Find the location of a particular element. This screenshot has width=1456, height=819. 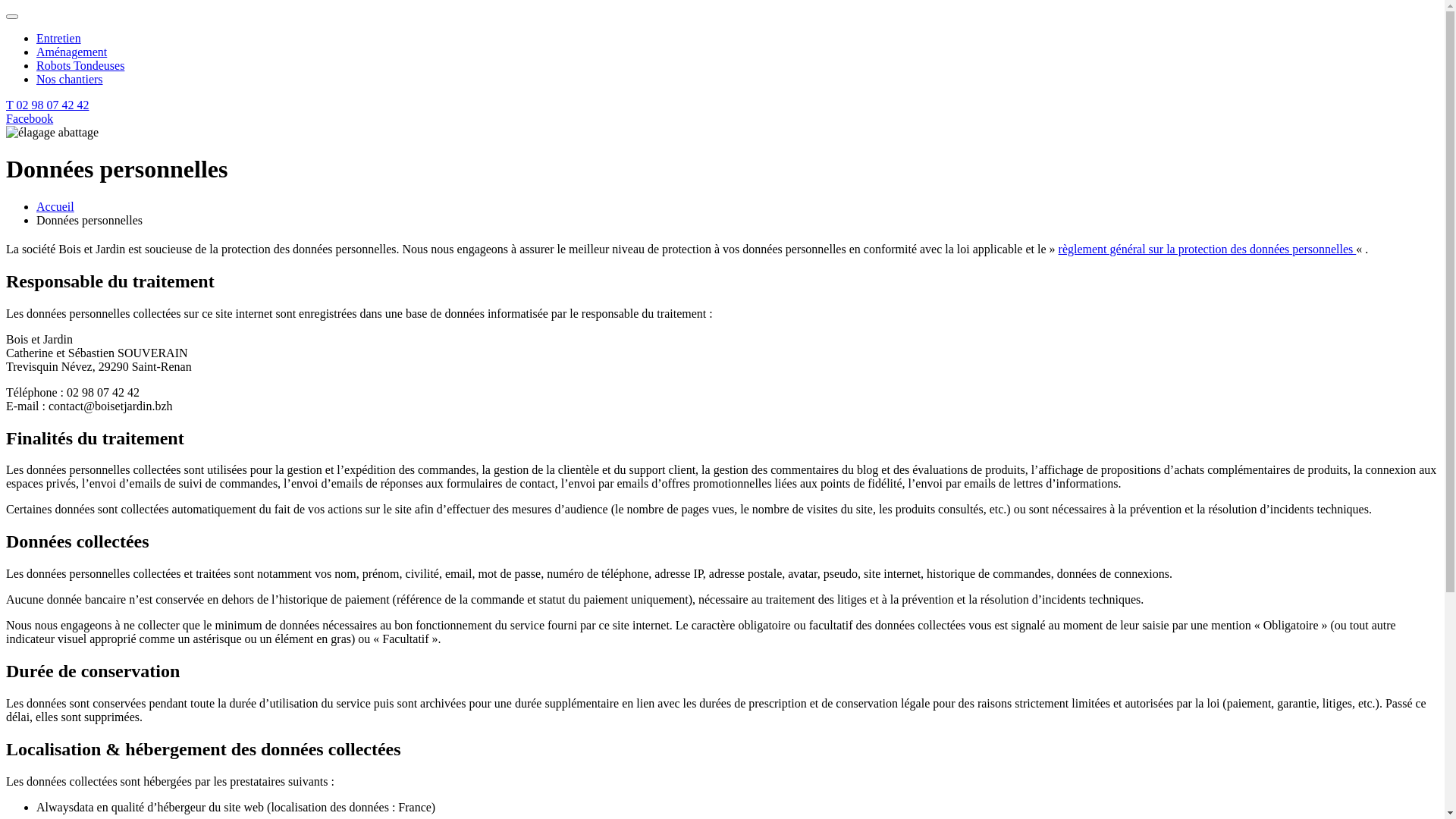

'T 02 98 07 42 42' is located at coordinates (47, 104).